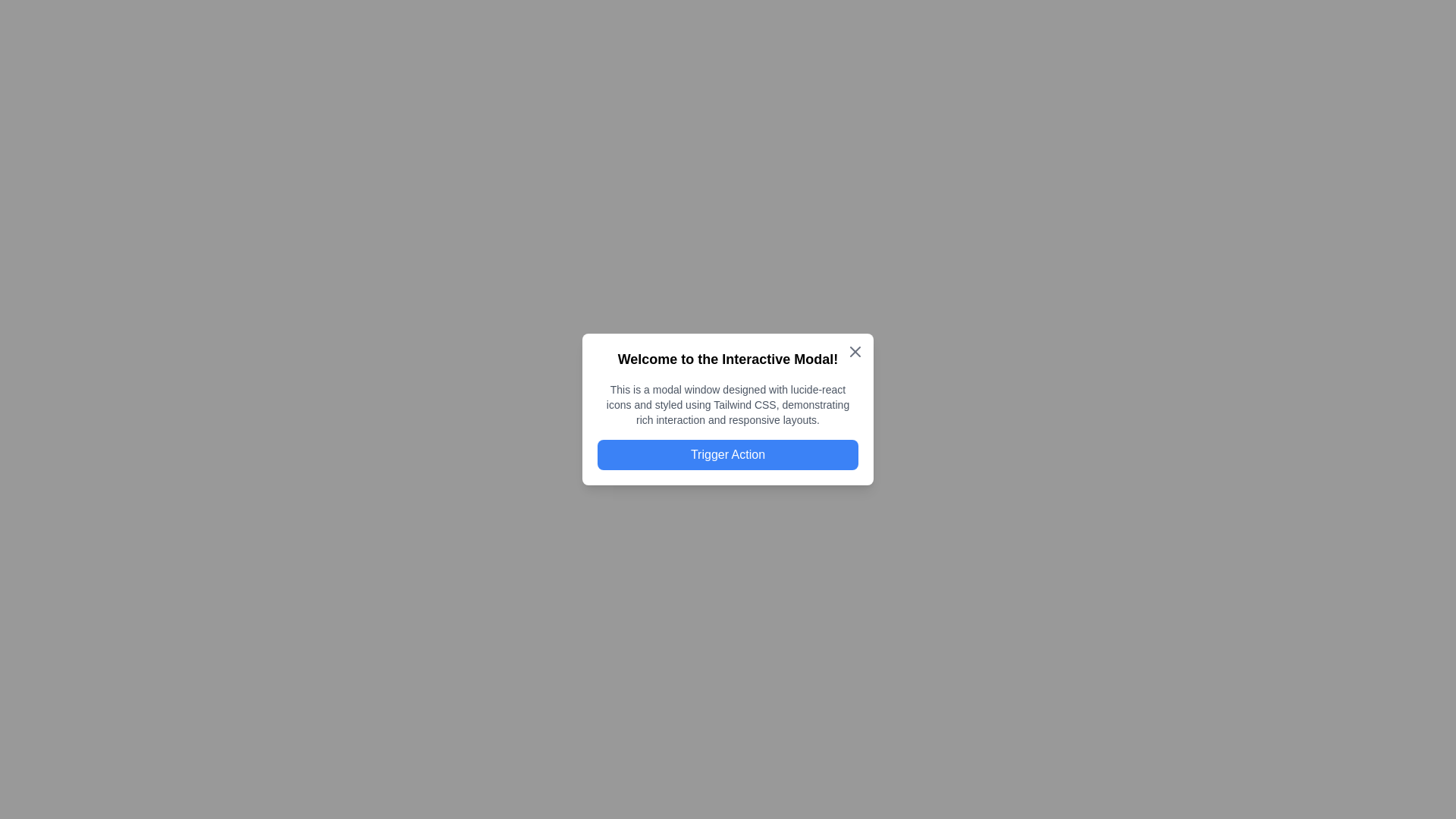 The image size is (1456, 819). Describe the element at coordinates (855, 351) in the screenshot. I see `the first diagonal line of the close button in the top-right corner of the modal window's header area, which is represented as an SVG icon` at that location.